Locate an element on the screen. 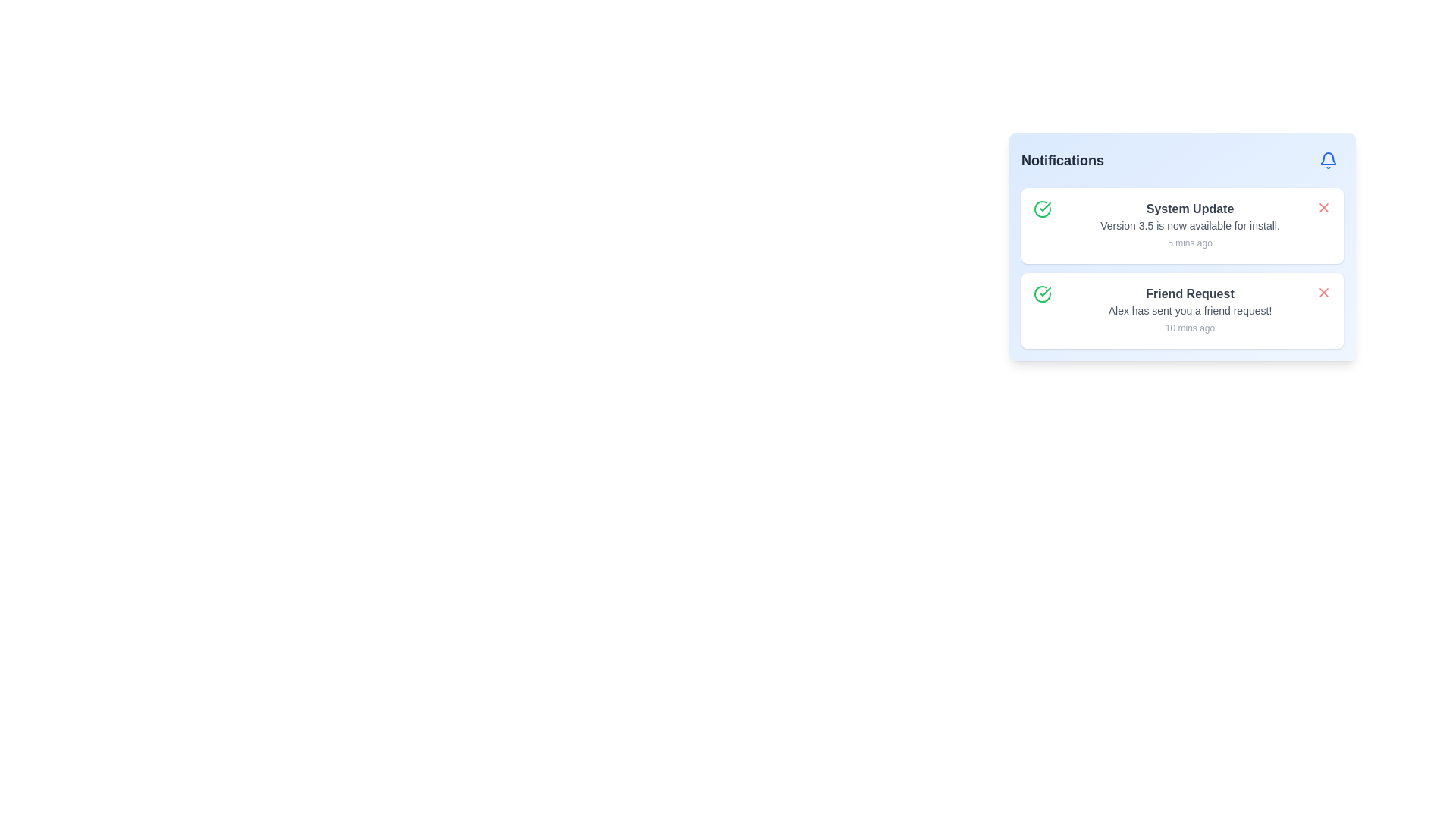  the static text view displaying the notification titled 'Friend Request' that includes the message 'Alex has sent you a friend request!' and the timestamp '10 mins ago' is located at coordinates (1189, 309).